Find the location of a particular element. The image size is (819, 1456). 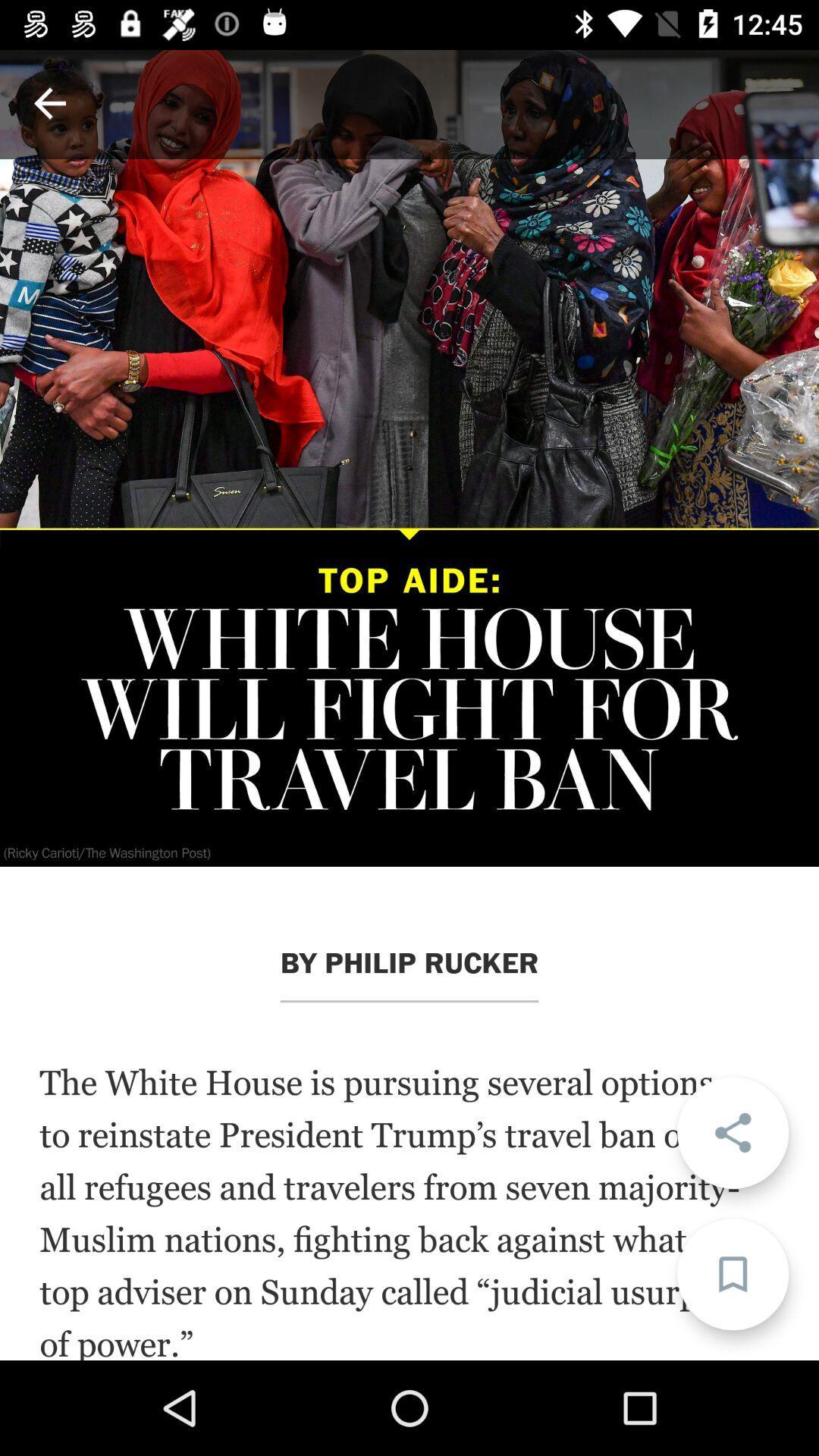

the icon at the top left corner is located at coordinates (49, 102).